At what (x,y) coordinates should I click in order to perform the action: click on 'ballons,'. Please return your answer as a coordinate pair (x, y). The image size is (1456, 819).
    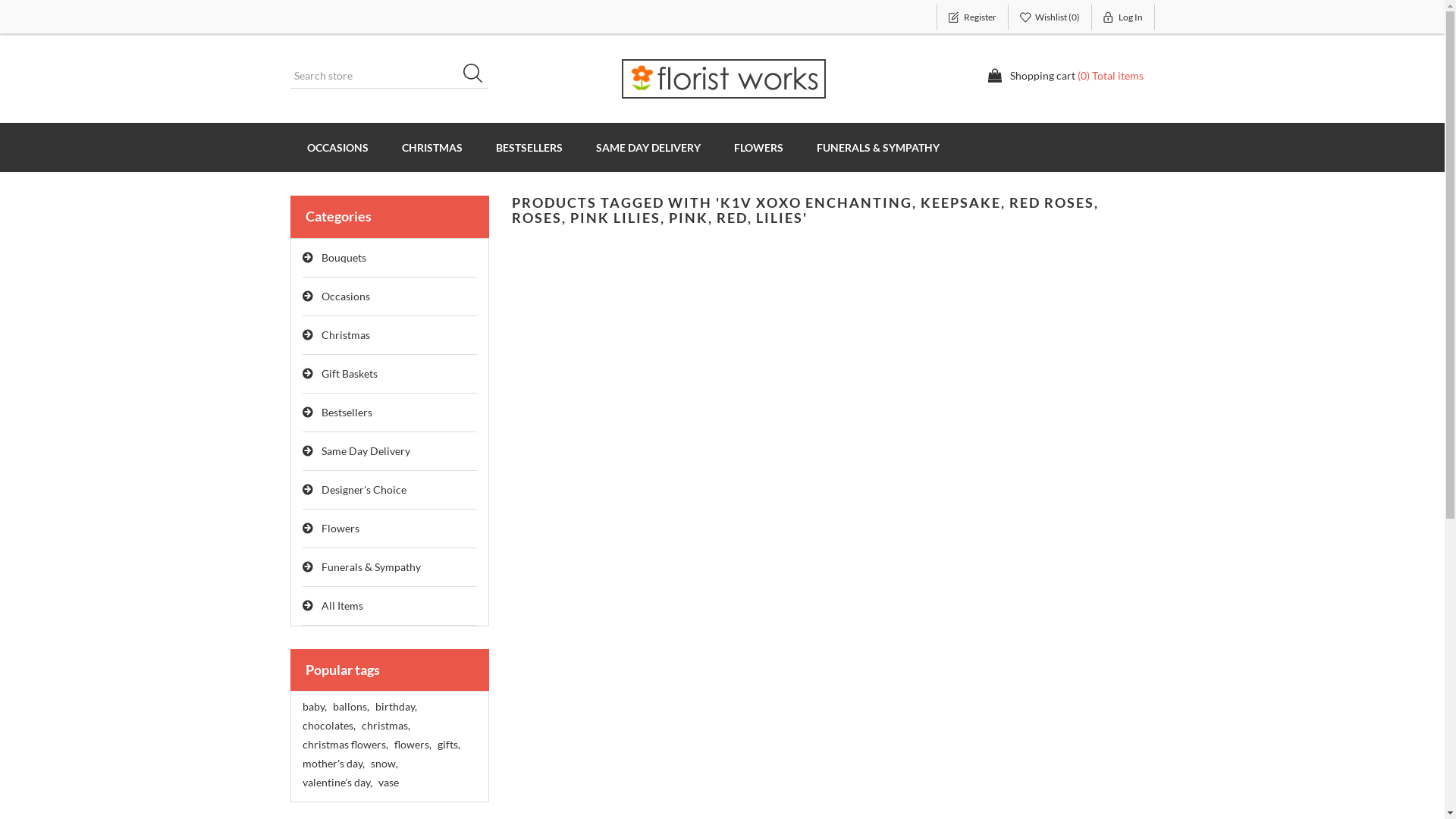
    Looking at the image, I should click on (349, 707).